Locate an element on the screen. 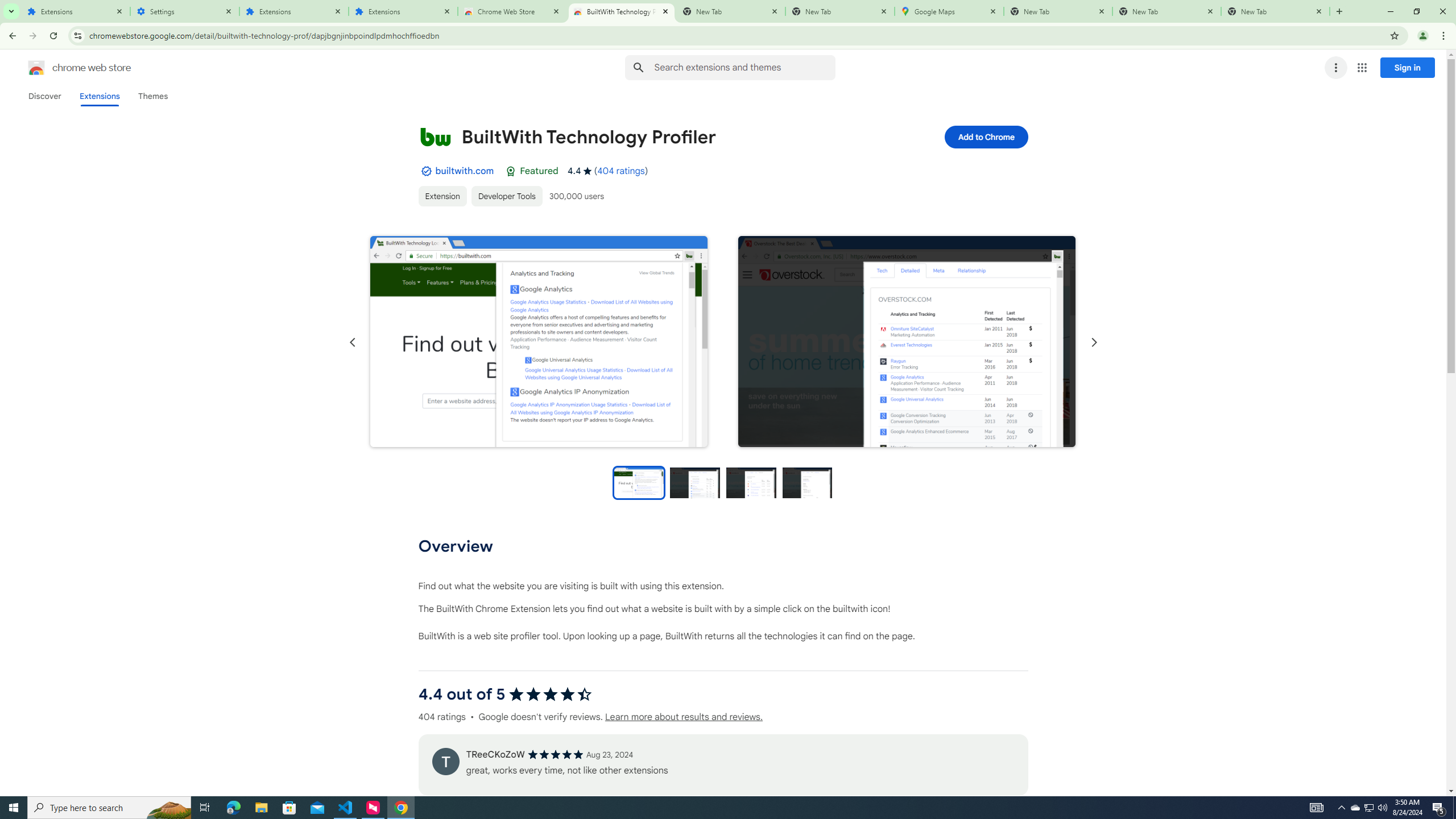  'BuiltWith Technology Profiler - Chrome Web Store' is located at coordinates (621, 11).